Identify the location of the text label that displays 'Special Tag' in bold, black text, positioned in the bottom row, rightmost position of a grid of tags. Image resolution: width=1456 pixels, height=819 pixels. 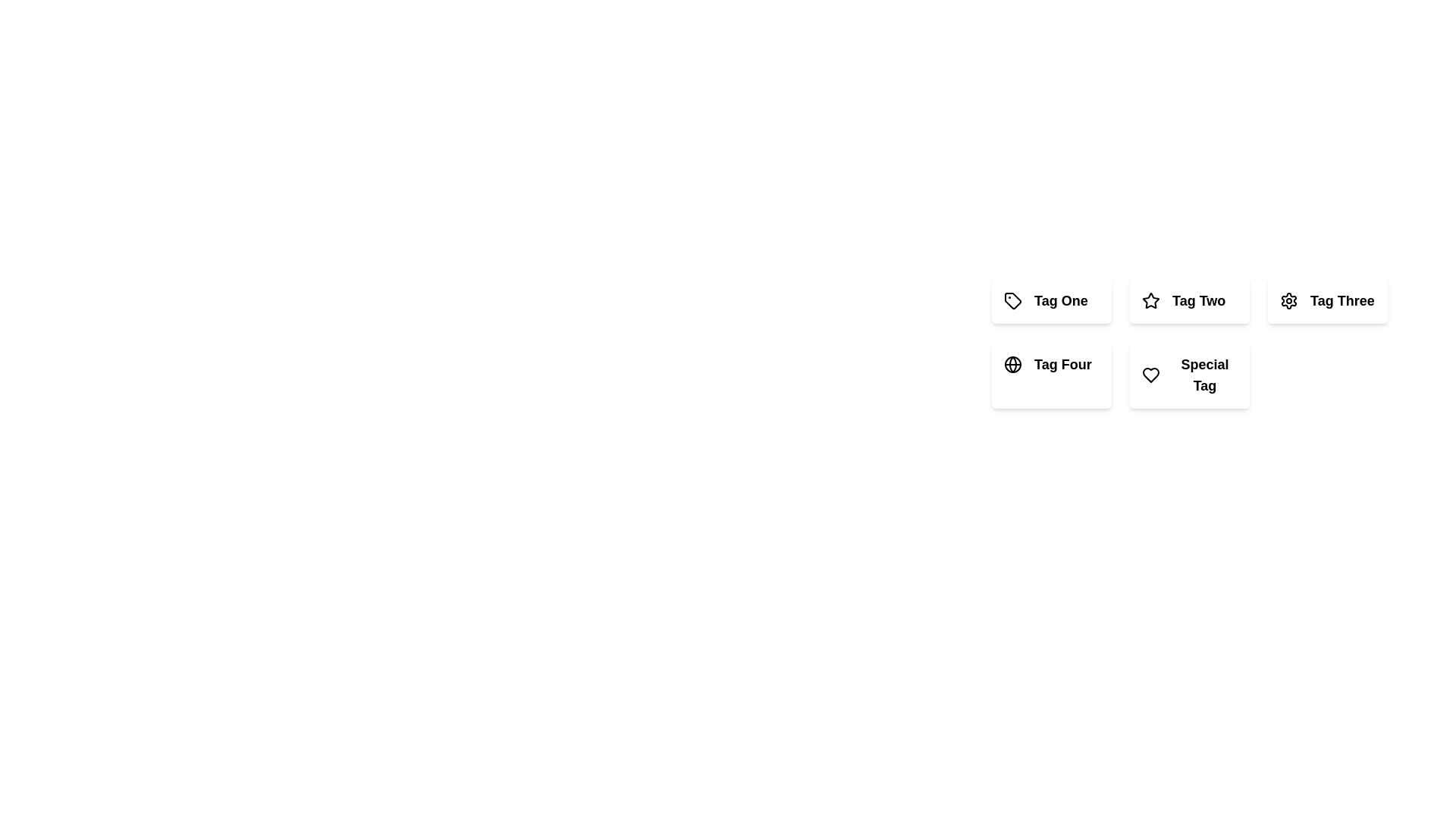
(1203, 375).